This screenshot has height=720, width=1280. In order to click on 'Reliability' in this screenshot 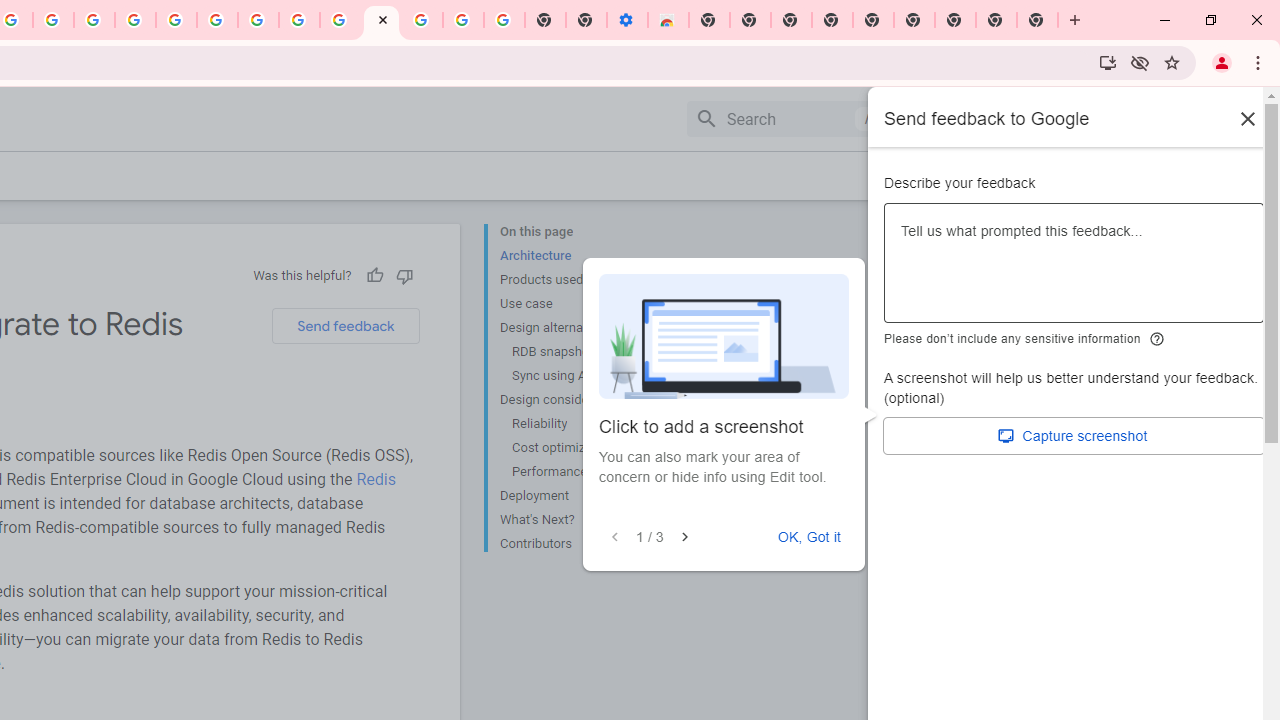, I will do `click(585, 423)`.